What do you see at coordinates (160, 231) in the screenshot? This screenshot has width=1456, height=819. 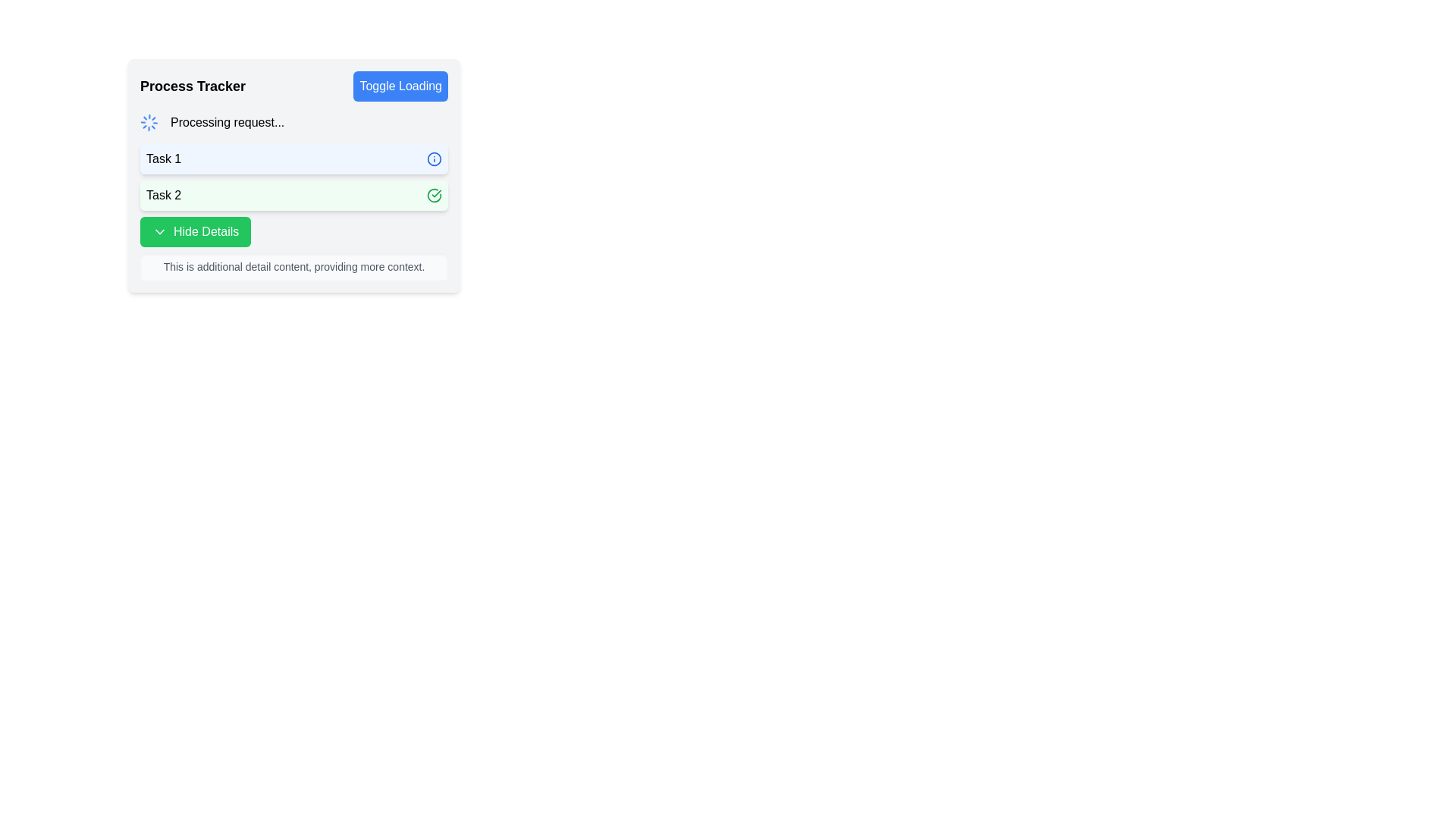 I see `the icon indicating the expandable or collapsible state of the 'Hide Details' feature` at bounding box center [160, 231].